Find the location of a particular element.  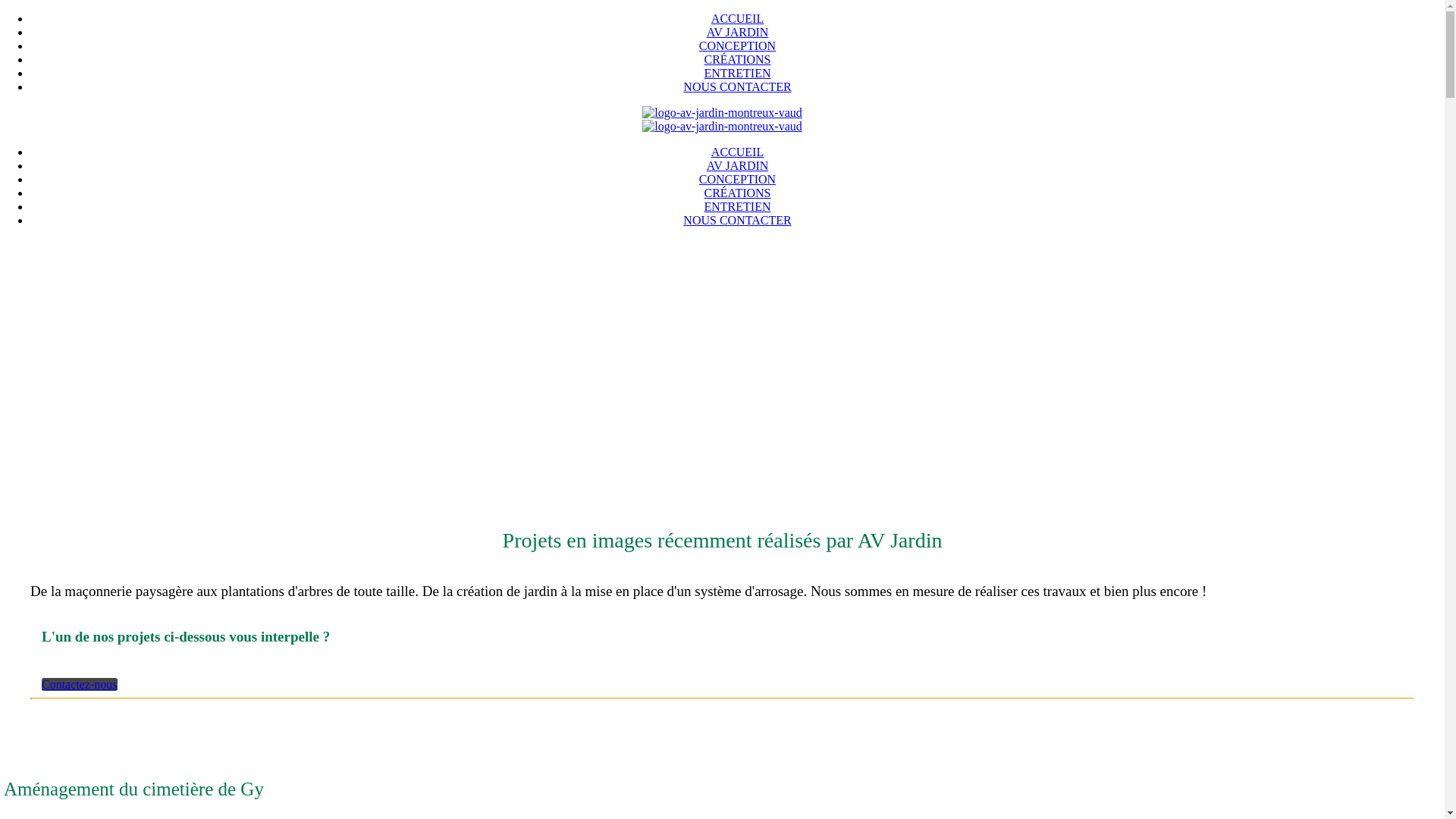

'Contactez-nous' is located at coordinates (79, 684).